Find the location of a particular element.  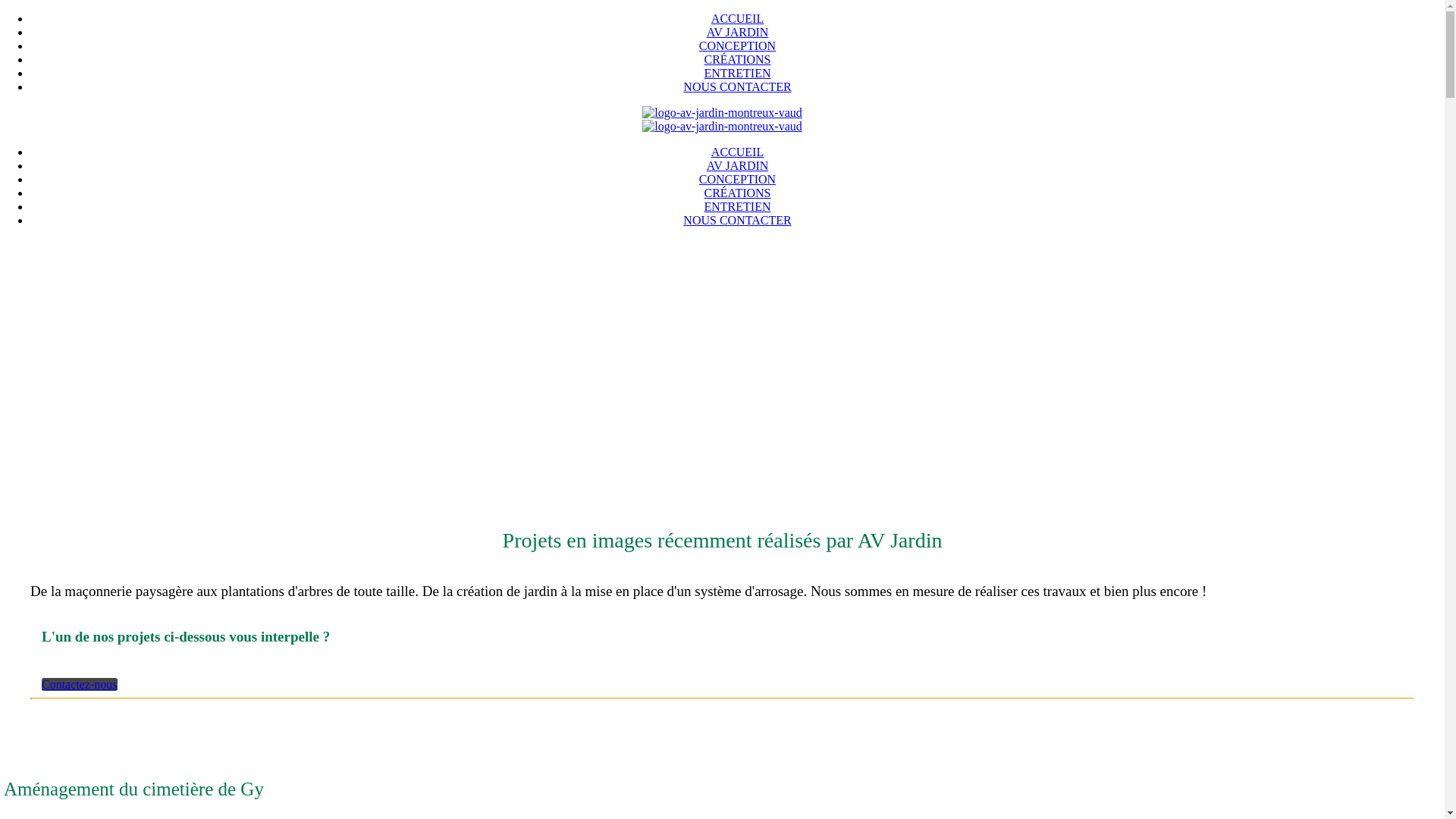

'Contactez-nous' is located at coordinates (79, 684).